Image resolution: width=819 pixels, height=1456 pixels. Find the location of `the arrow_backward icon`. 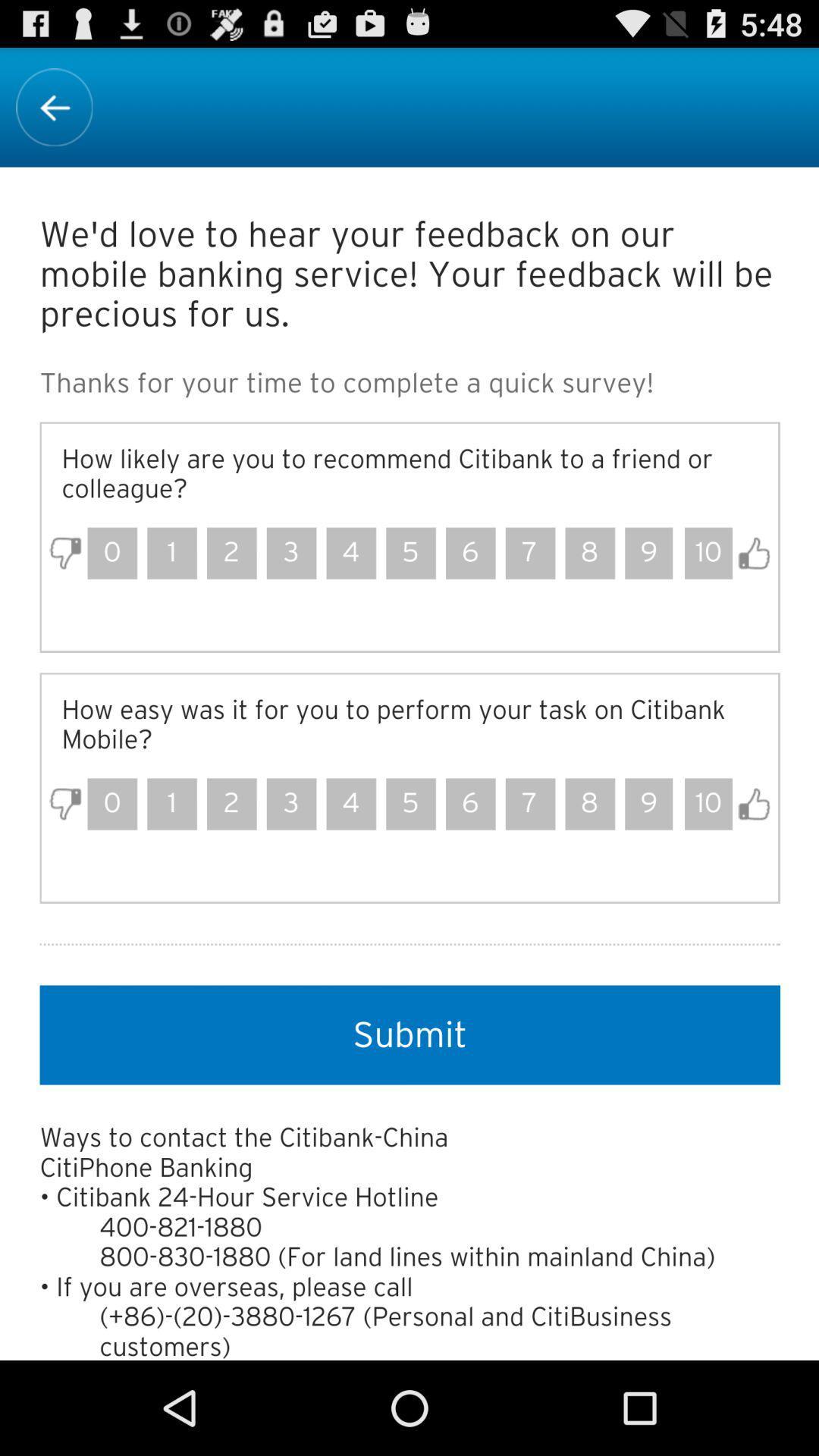

the arrow_backward icon is located at coordinates (53, 114).